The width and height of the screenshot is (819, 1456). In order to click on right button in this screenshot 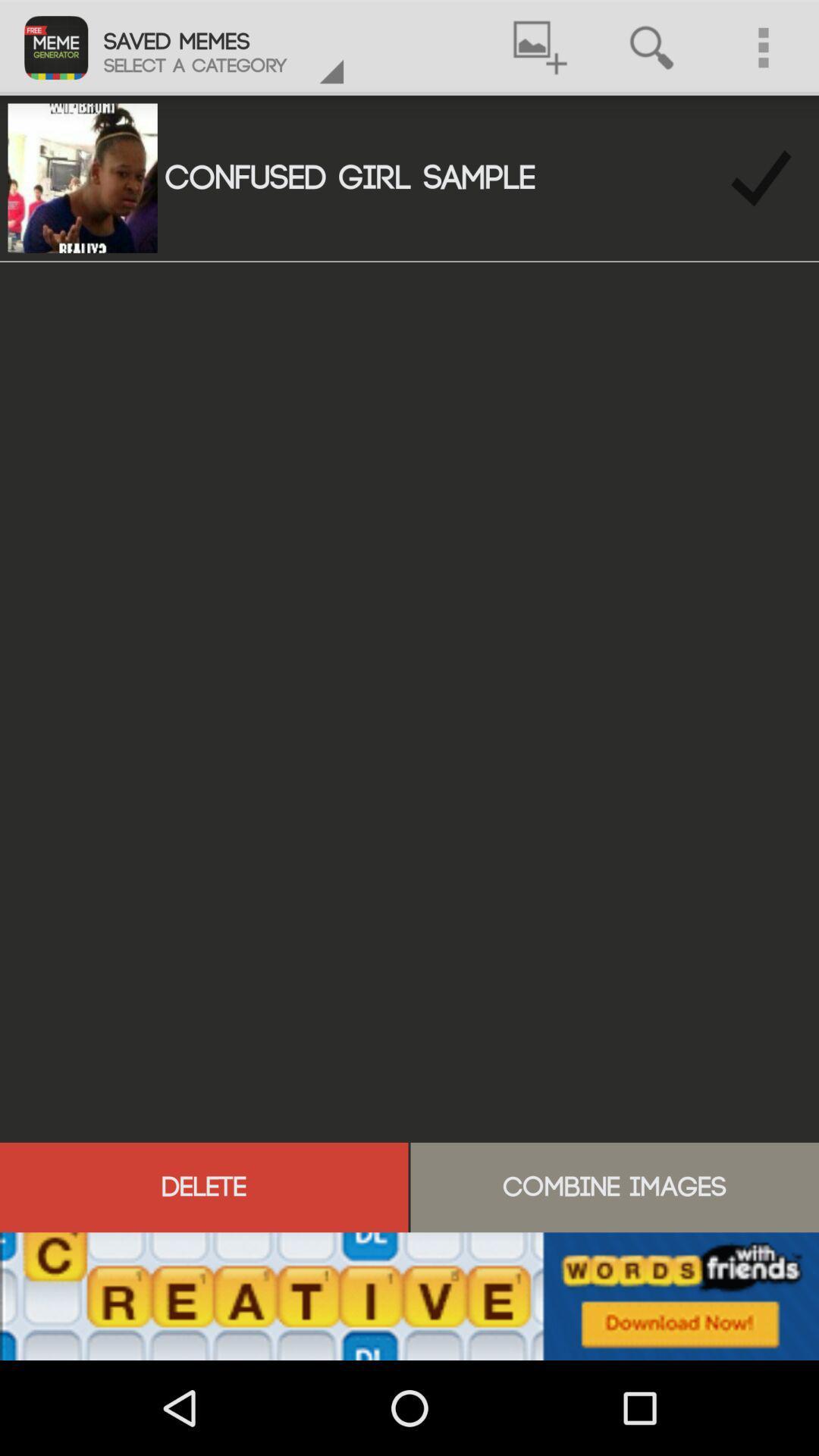, I will do `click(761, 178)`.